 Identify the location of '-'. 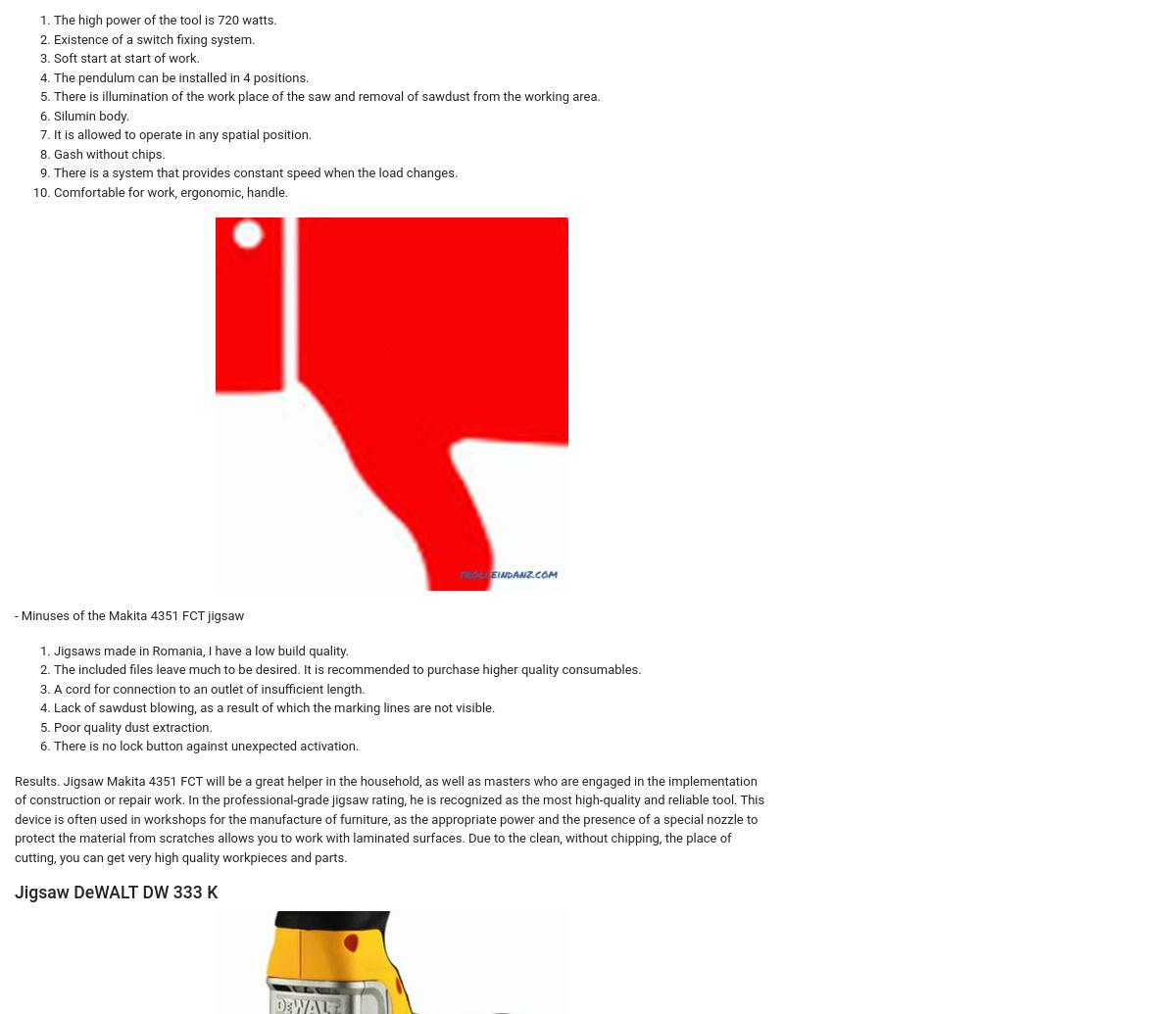
(18, 614).